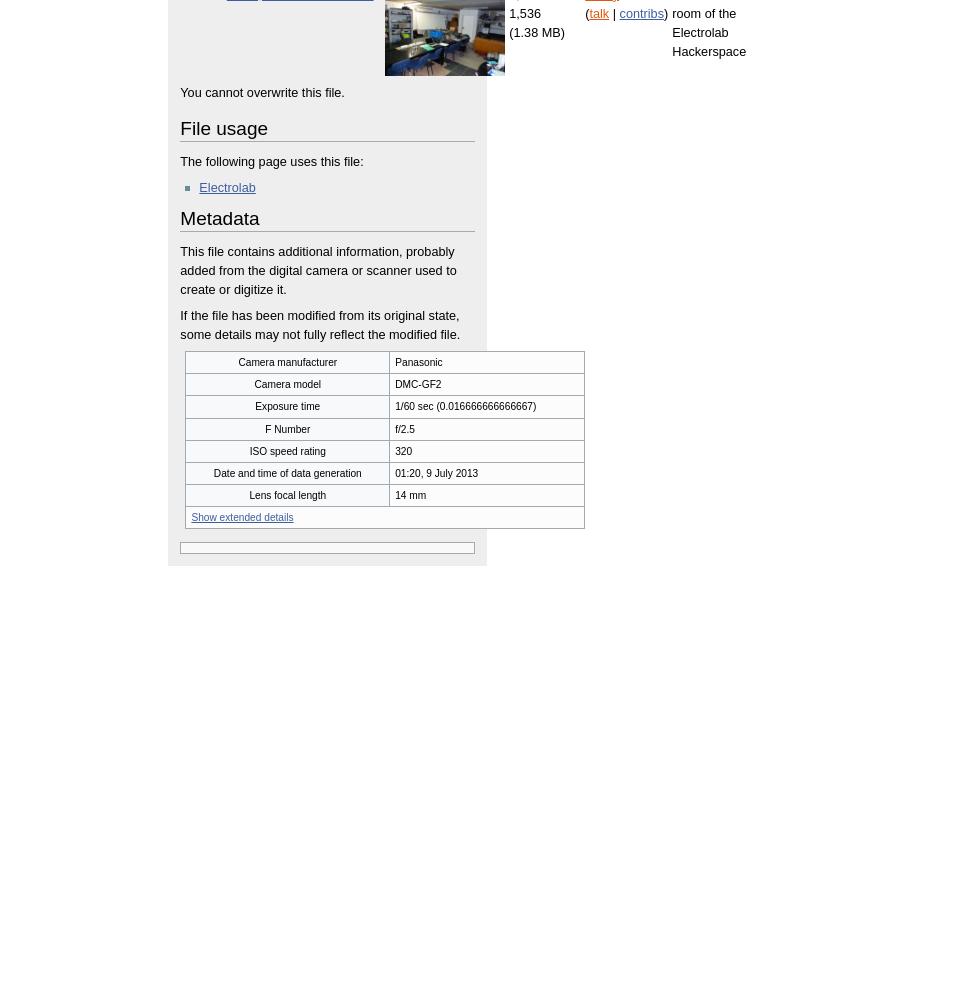 The width and height of the screenshot is (980, 1000). I want to click on '(1.38 MB)', so click(509, 32).